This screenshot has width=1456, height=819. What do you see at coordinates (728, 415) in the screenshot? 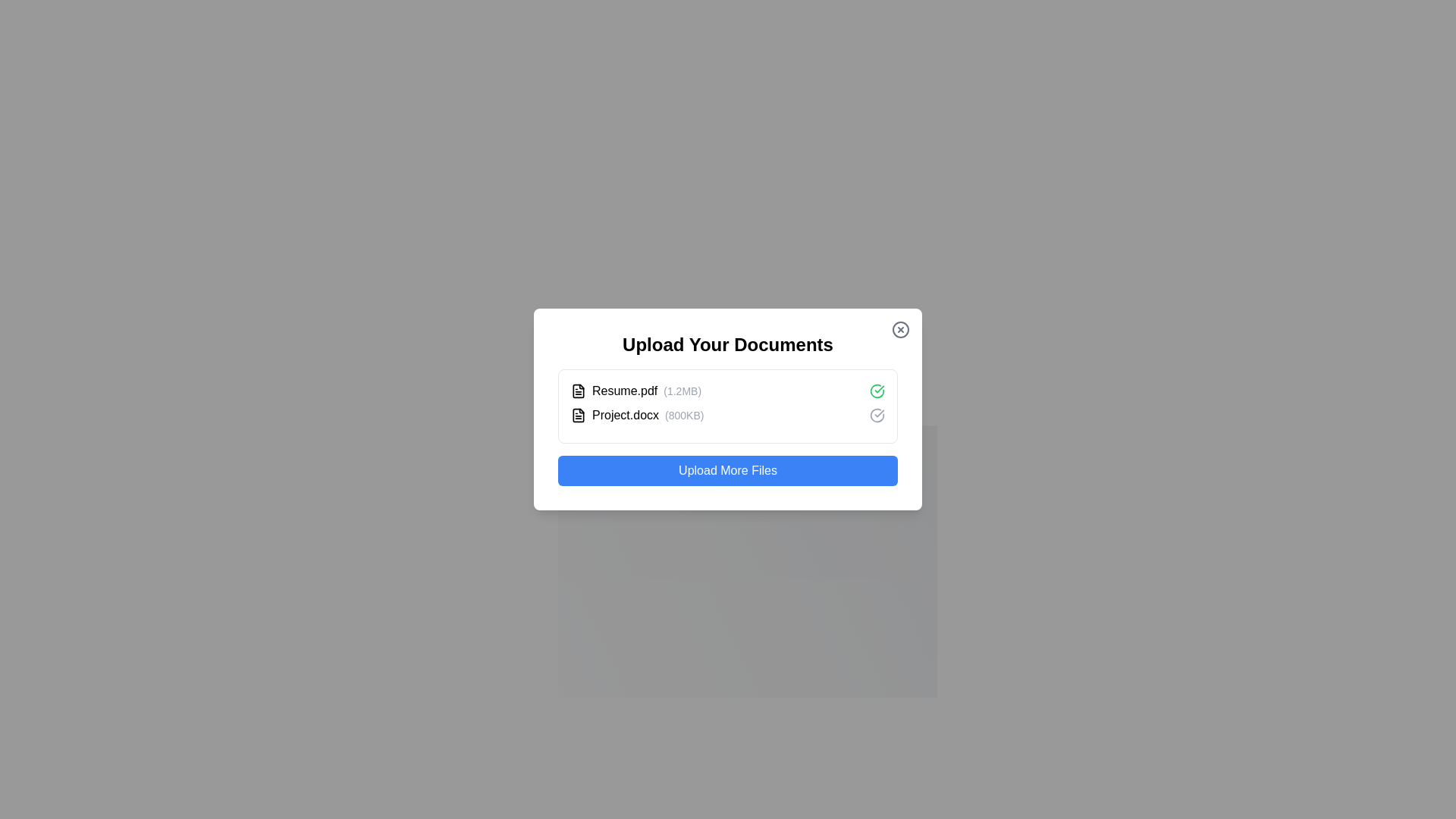
I see `the File details display with status indicators, which is the second item in the list of uploaded files below 'Resume.pdf (1.2MB)' in the 'Upload Your Documents' dialog box` at bounding box center [728, 415].